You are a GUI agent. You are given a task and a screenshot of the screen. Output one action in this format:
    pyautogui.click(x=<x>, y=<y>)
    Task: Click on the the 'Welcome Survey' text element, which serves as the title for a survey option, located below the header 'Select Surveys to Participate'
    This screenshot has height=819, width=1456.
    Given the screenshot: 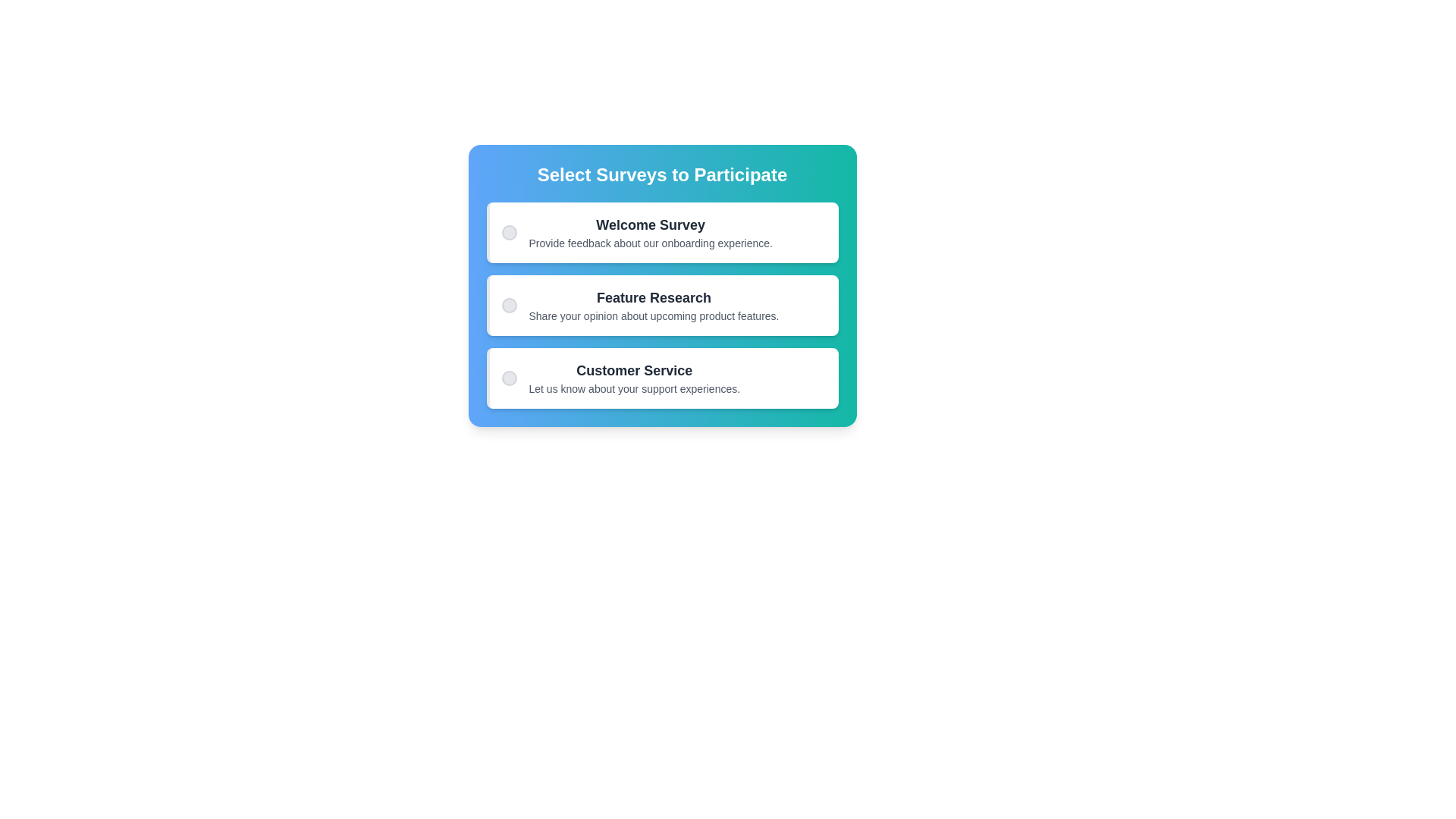 What is the action you would take?
    pyautogui.click(x=651, y=225)
    